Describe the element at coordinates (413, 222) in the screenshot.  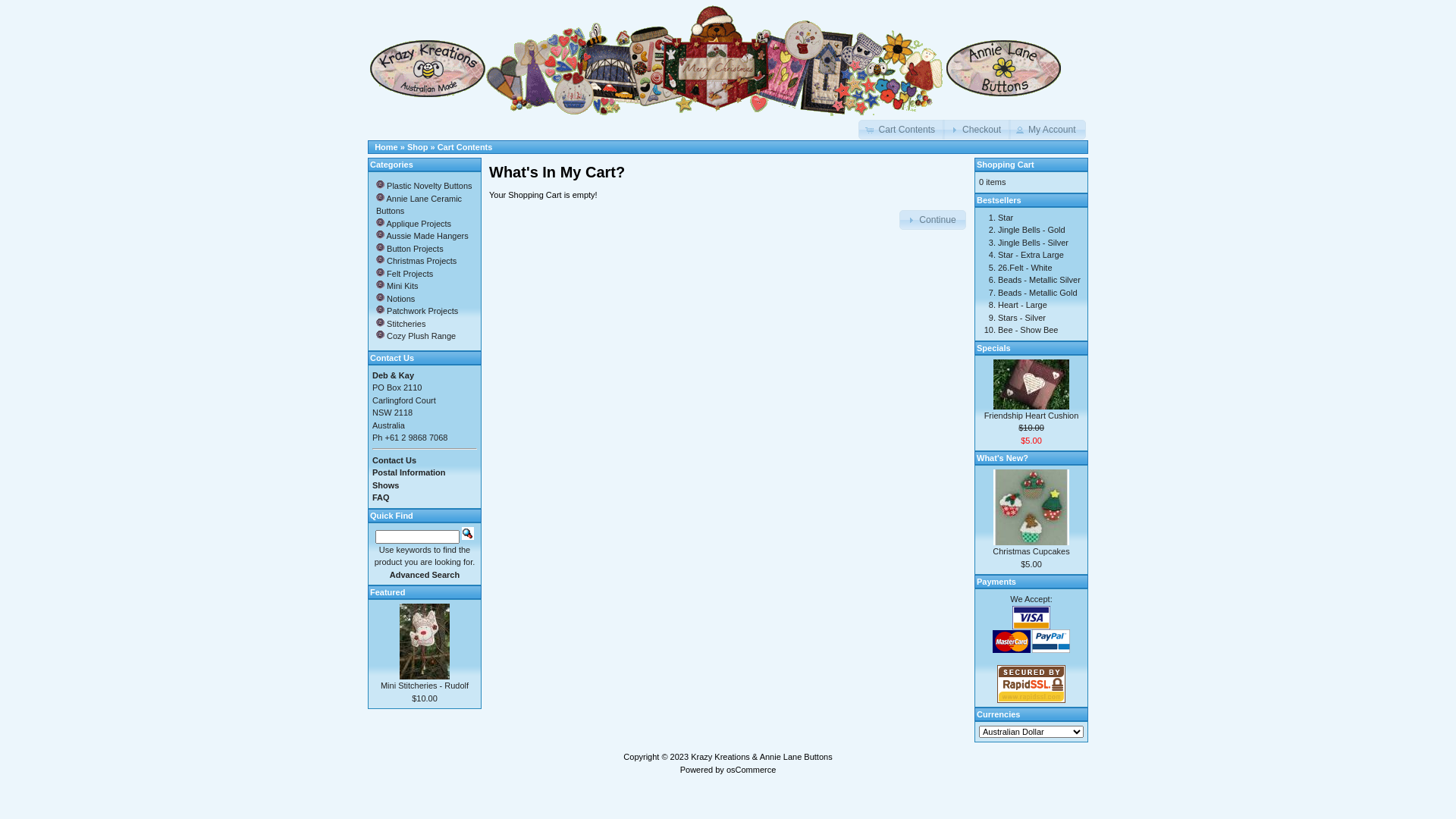
I see `' Applique Projects'` at that location.